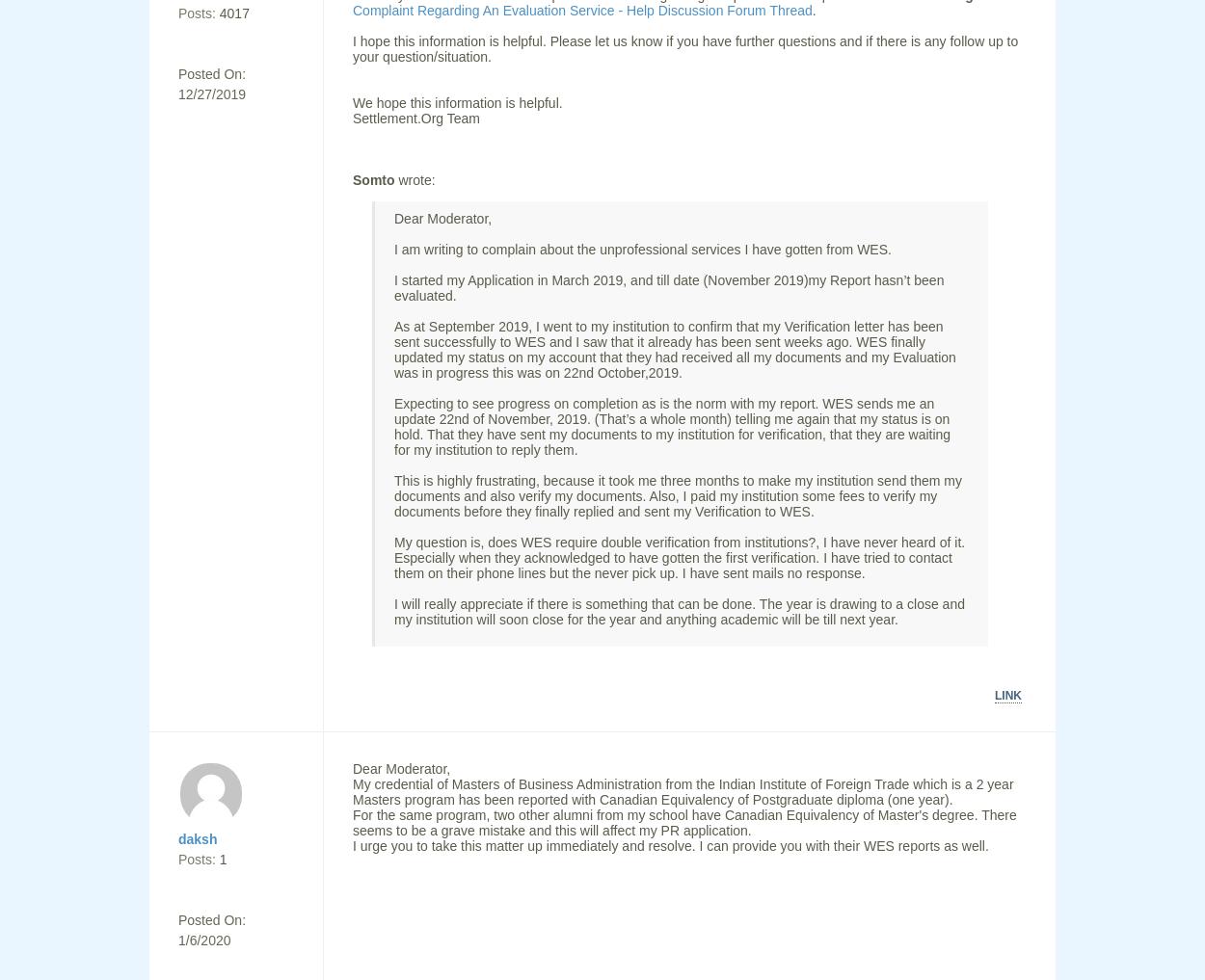 This screenshot has width=1205, height=980. What do you see at coordinates (197, 838) in the screenshot?
I see `'daksh'` at bounding box center [197, 838].